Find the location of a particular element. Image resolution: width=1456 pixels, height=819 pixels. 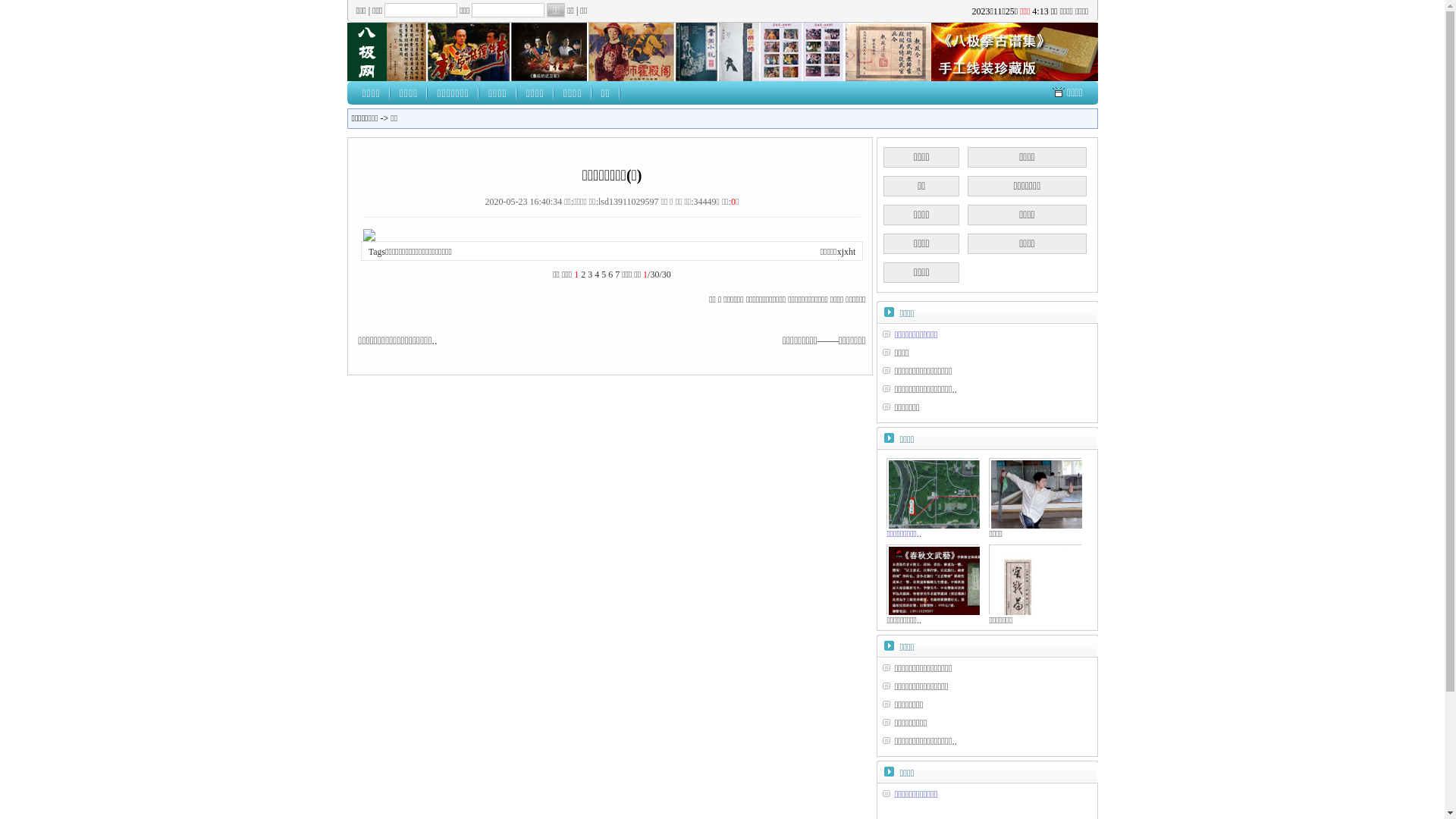

'1/30/30' is located at coordinates (657, 275).